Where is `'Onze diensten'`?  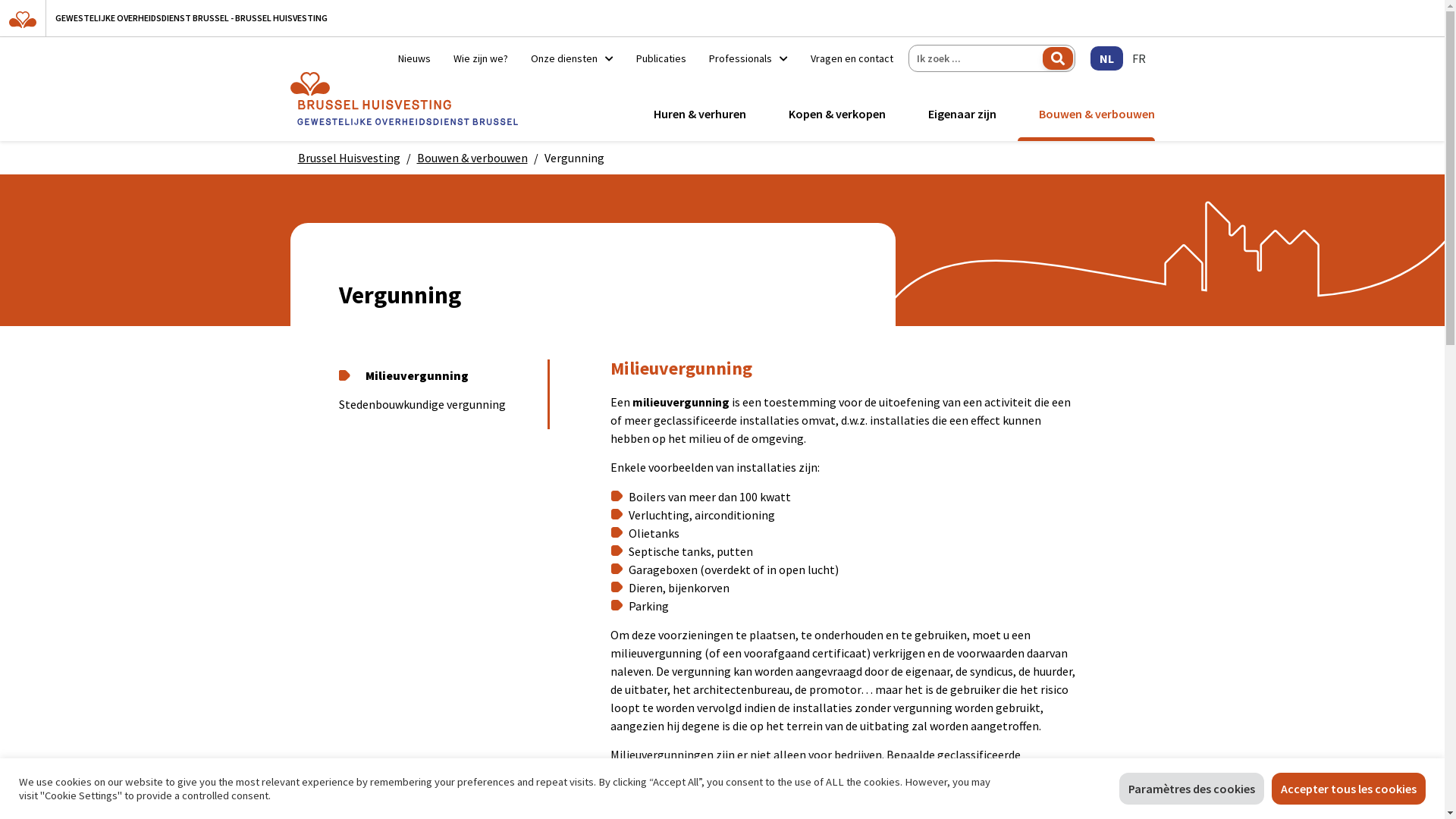
'Onze diensten' is located at coordinates (519, 58).